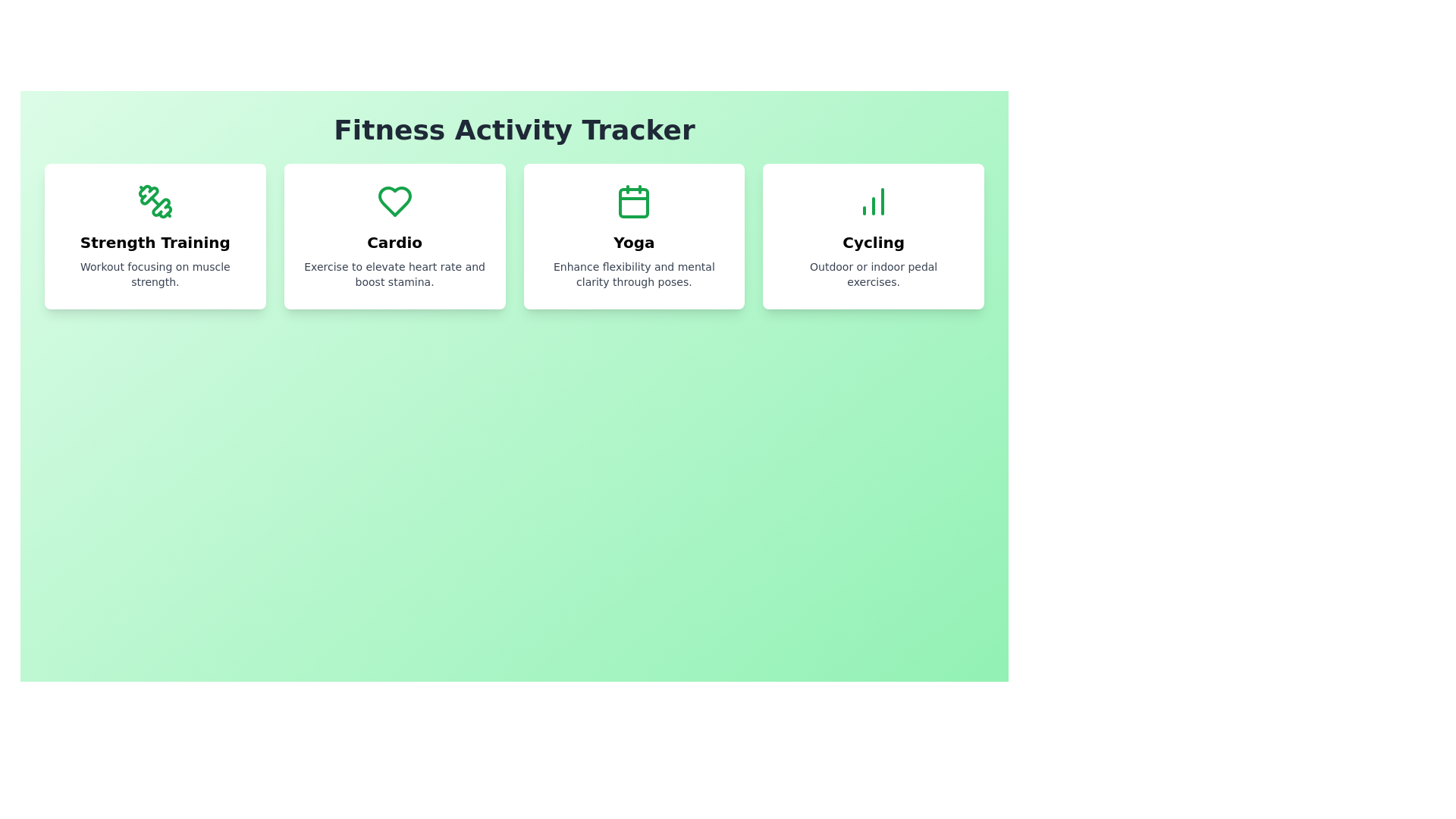 The height and width of the screenshot is (819, 1456). I want to click on the calendar icon located at the top of the 'Yoga' card, which is the third card from the left, for information about scheduling or planning yoga activities, so click(634, 201).